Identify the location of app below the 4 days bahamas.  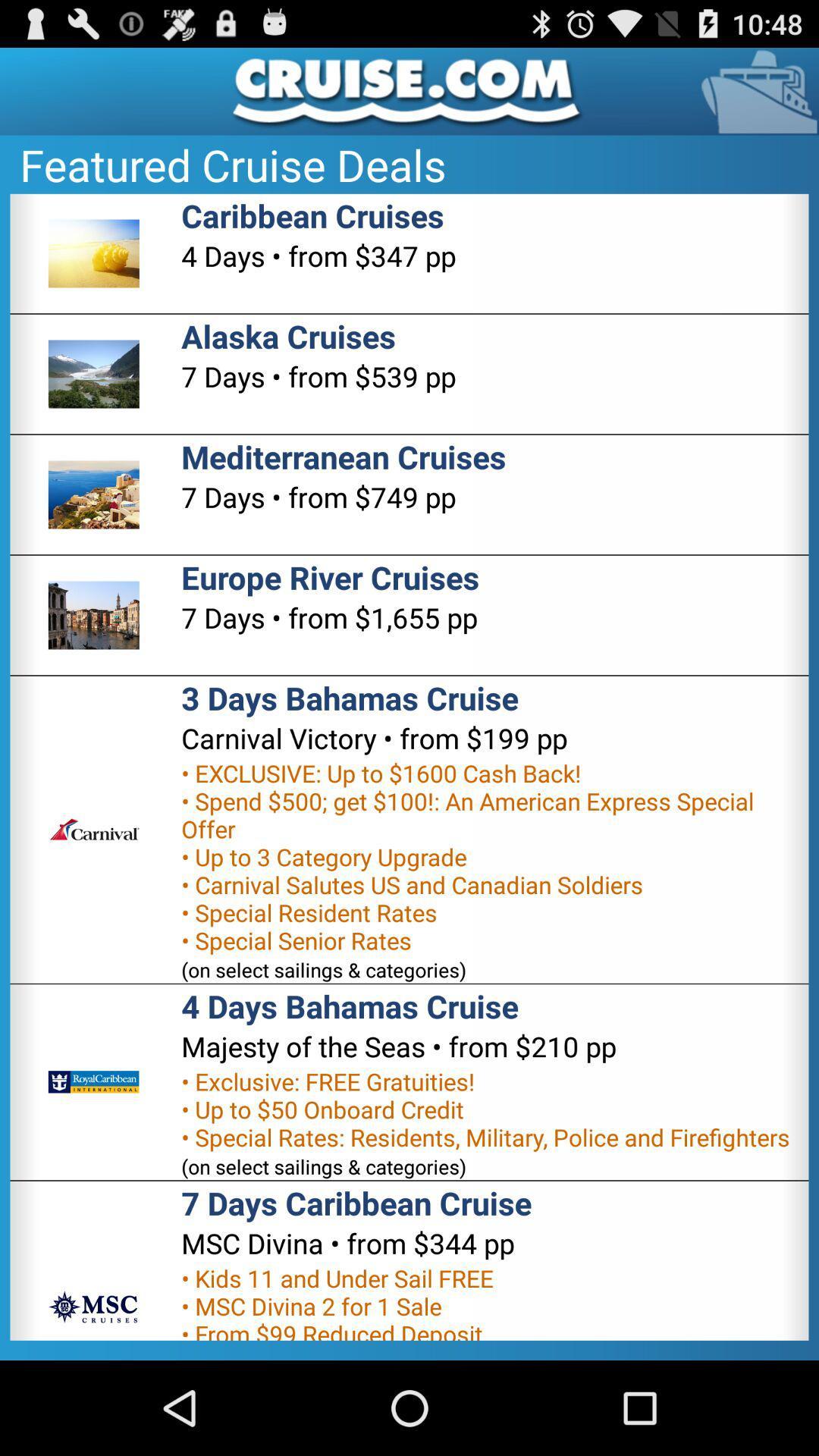
(398, 1046).